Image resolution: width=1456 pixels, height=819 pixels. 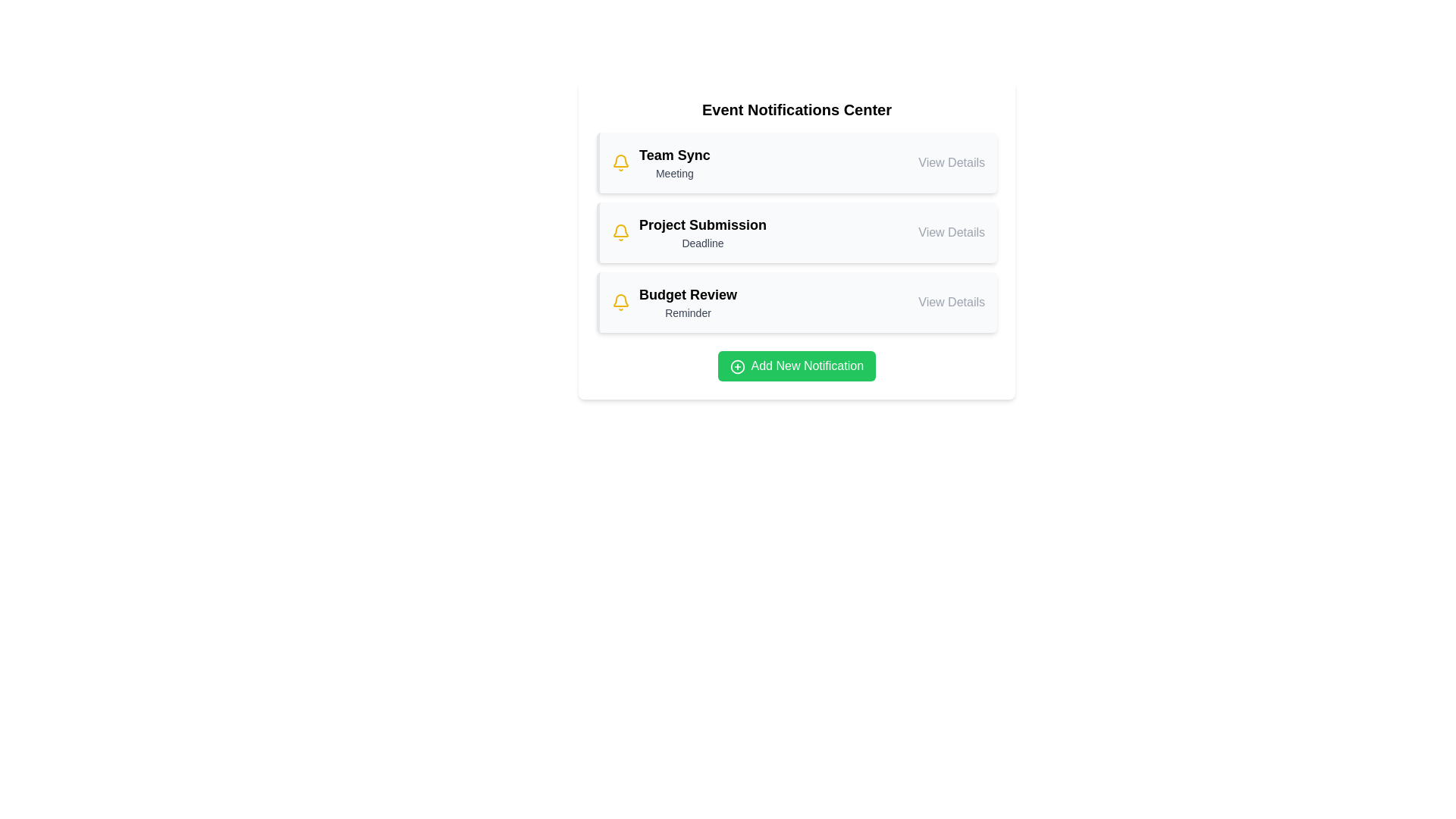 I want to click on the button located at the far right of the 'Project Submission' notification row, so click(x=951, y=233).